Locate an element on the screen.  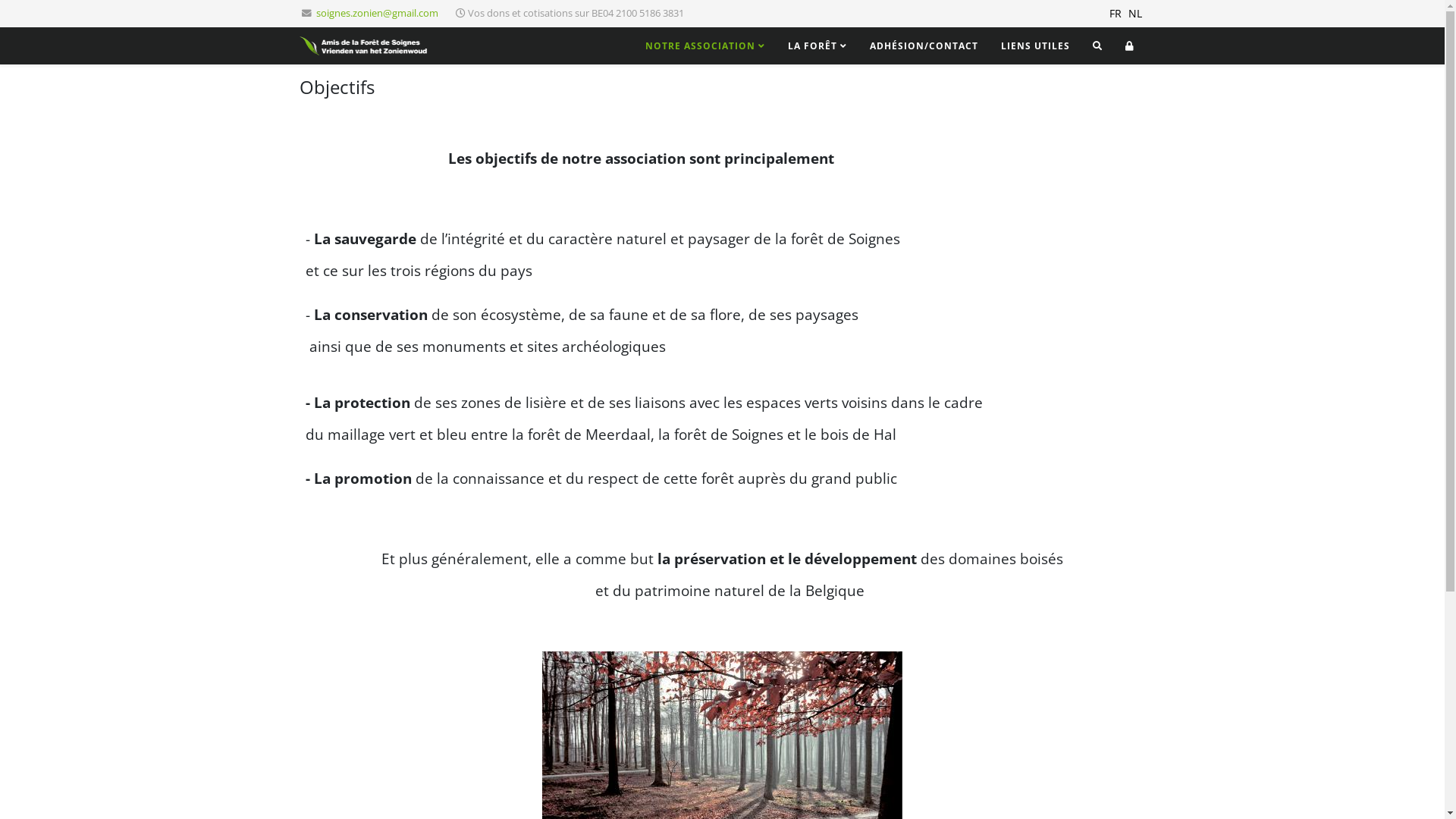
'NL' is located at coordinates (1135, 14).